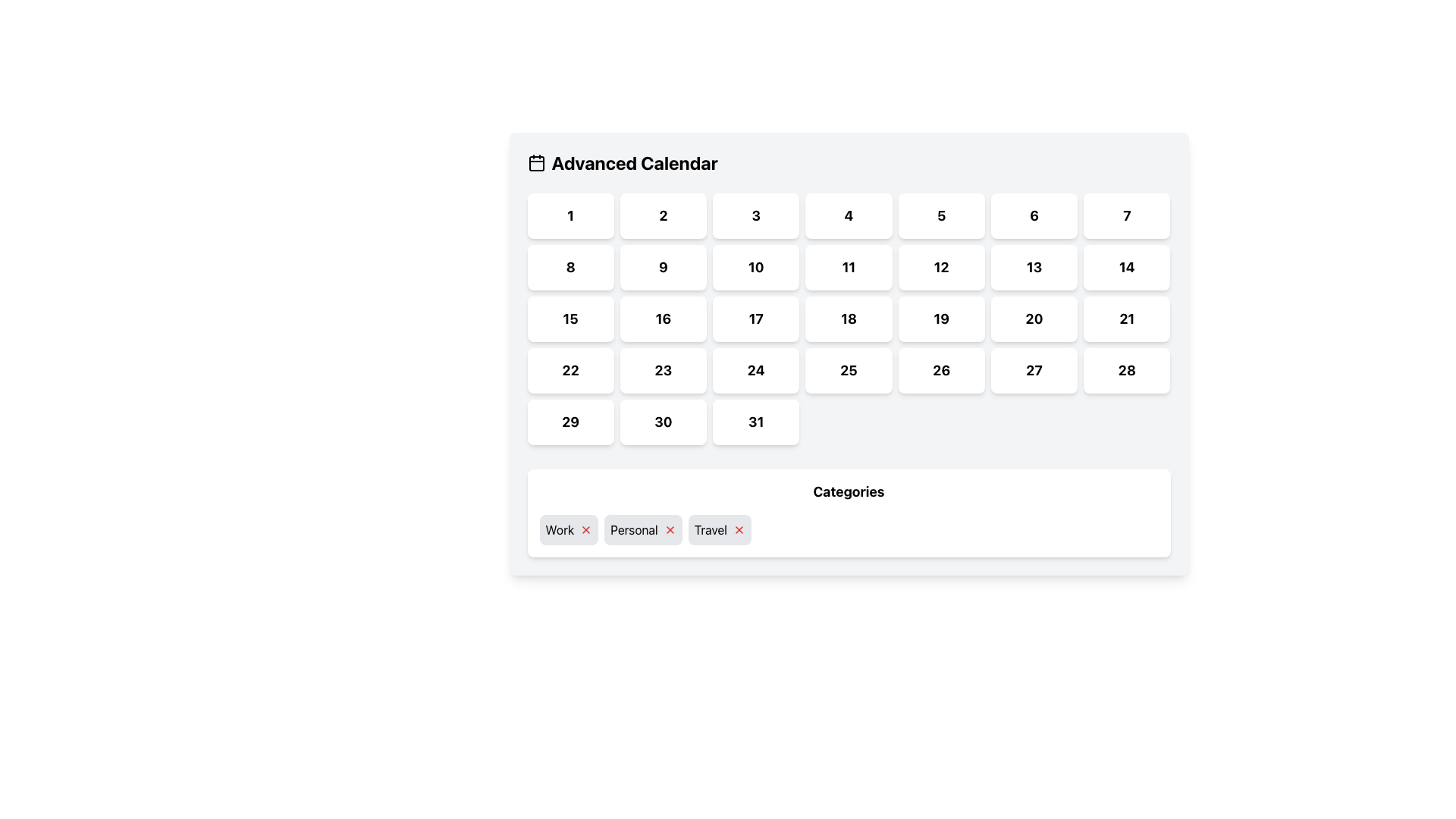 This screenshot has height=819, width=1456. What do you see at coordinates (1127, 266) in the screenshot?
I see `text displayed in the bold, large font label showing the number '14', which is part of a button-like component resembling a calendar date button` at bounding box center [1127, 266].